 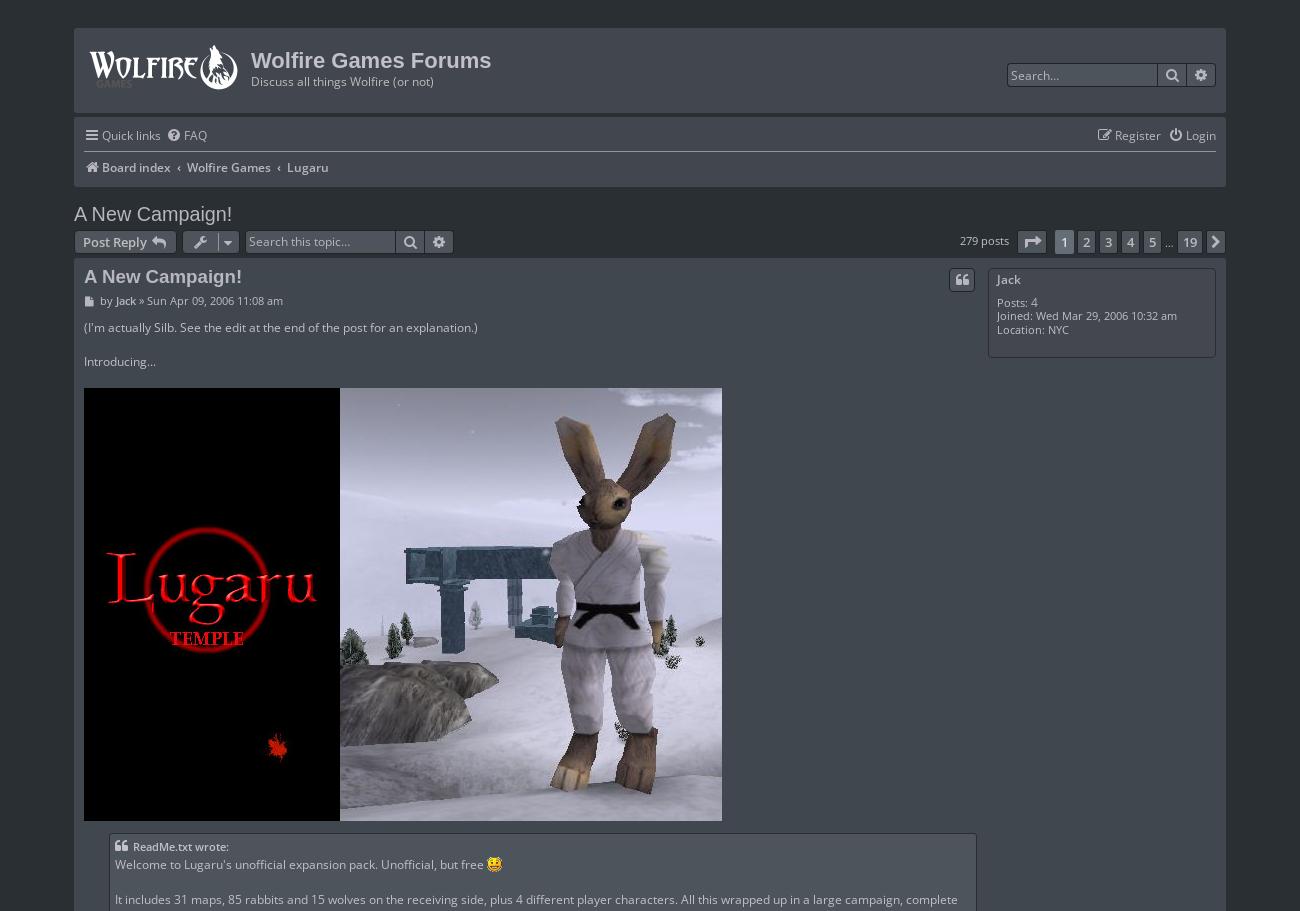 I want to click on 'by', so click(x=106, y=300).